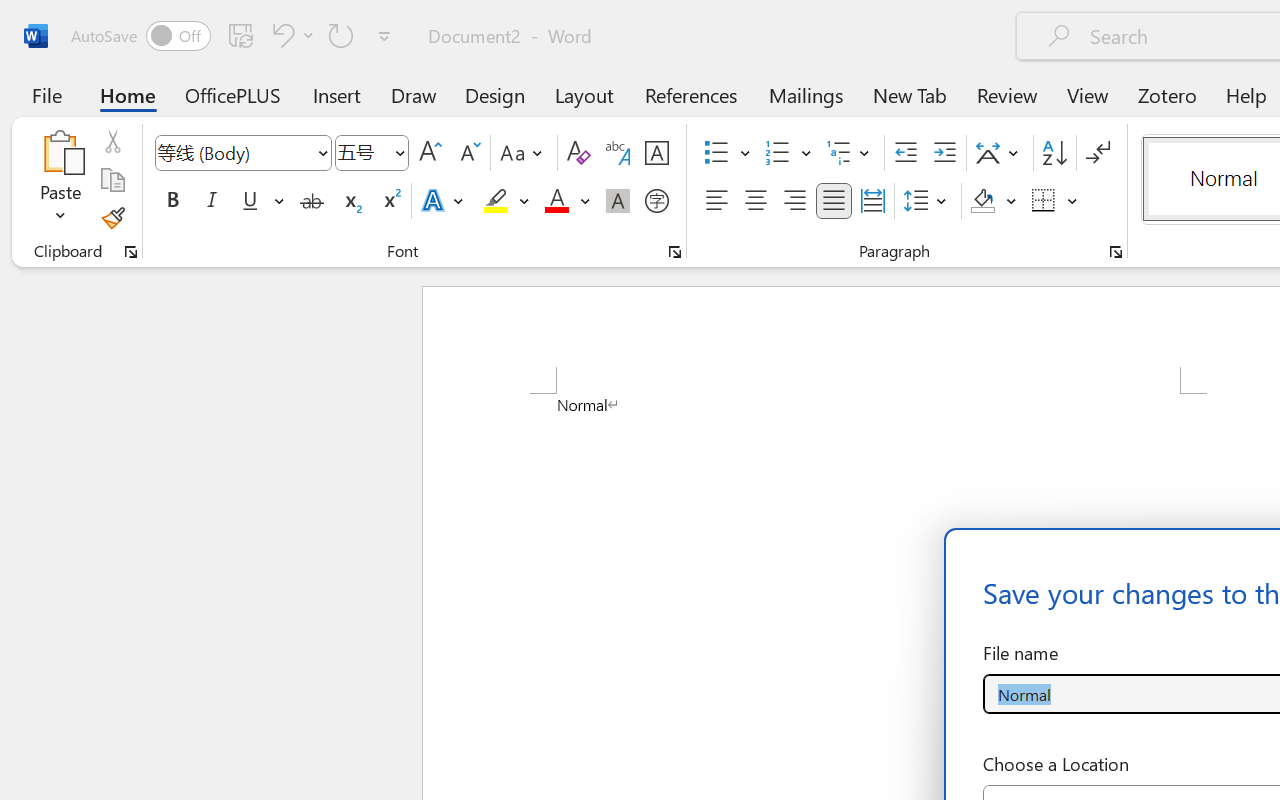 Image resolution: width=1280 pixels, height=800 pixels. I want to click on 'Asian Layout', so click(1000, 153).